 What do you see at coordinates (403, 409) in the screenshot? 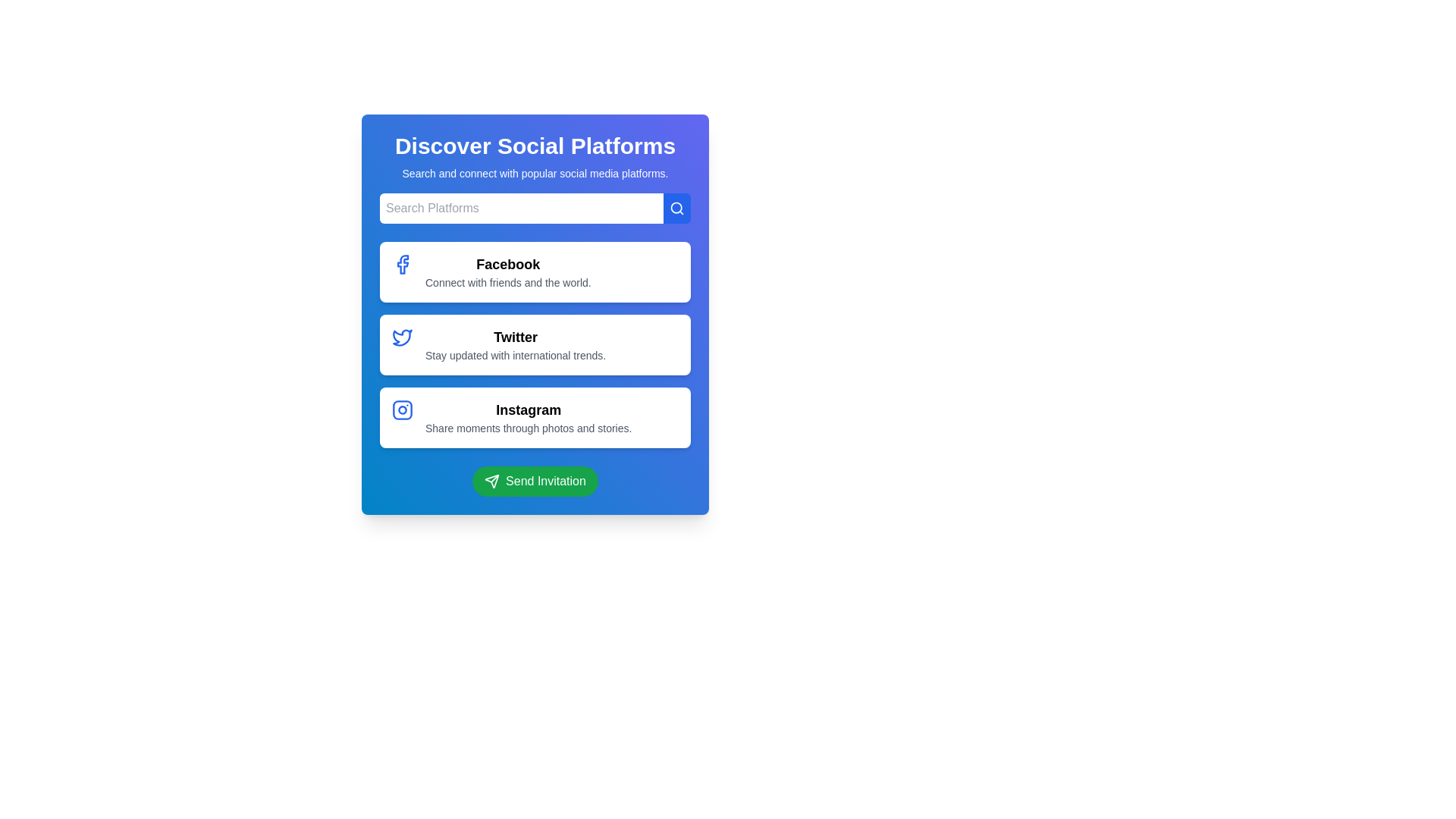
I see `the blue-themed Instagram icon, which is located to the left of the text 'Instagram' in the third card-like section under 'Discover Social Platforms'` at bounding box center [403, 409].